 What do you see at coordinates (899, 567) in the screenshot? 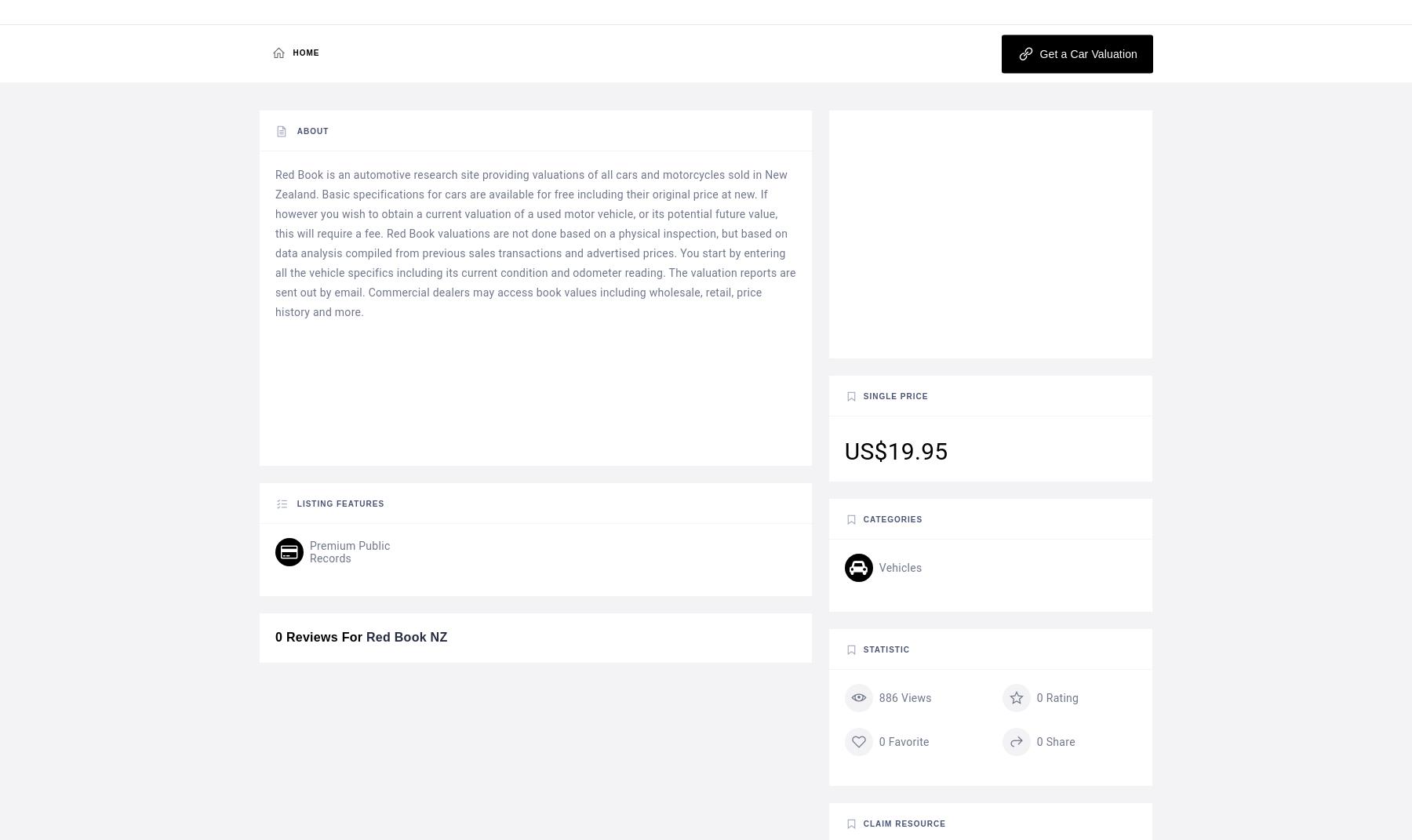
I see `'Vehicles'` at bounding box center [899, 567].